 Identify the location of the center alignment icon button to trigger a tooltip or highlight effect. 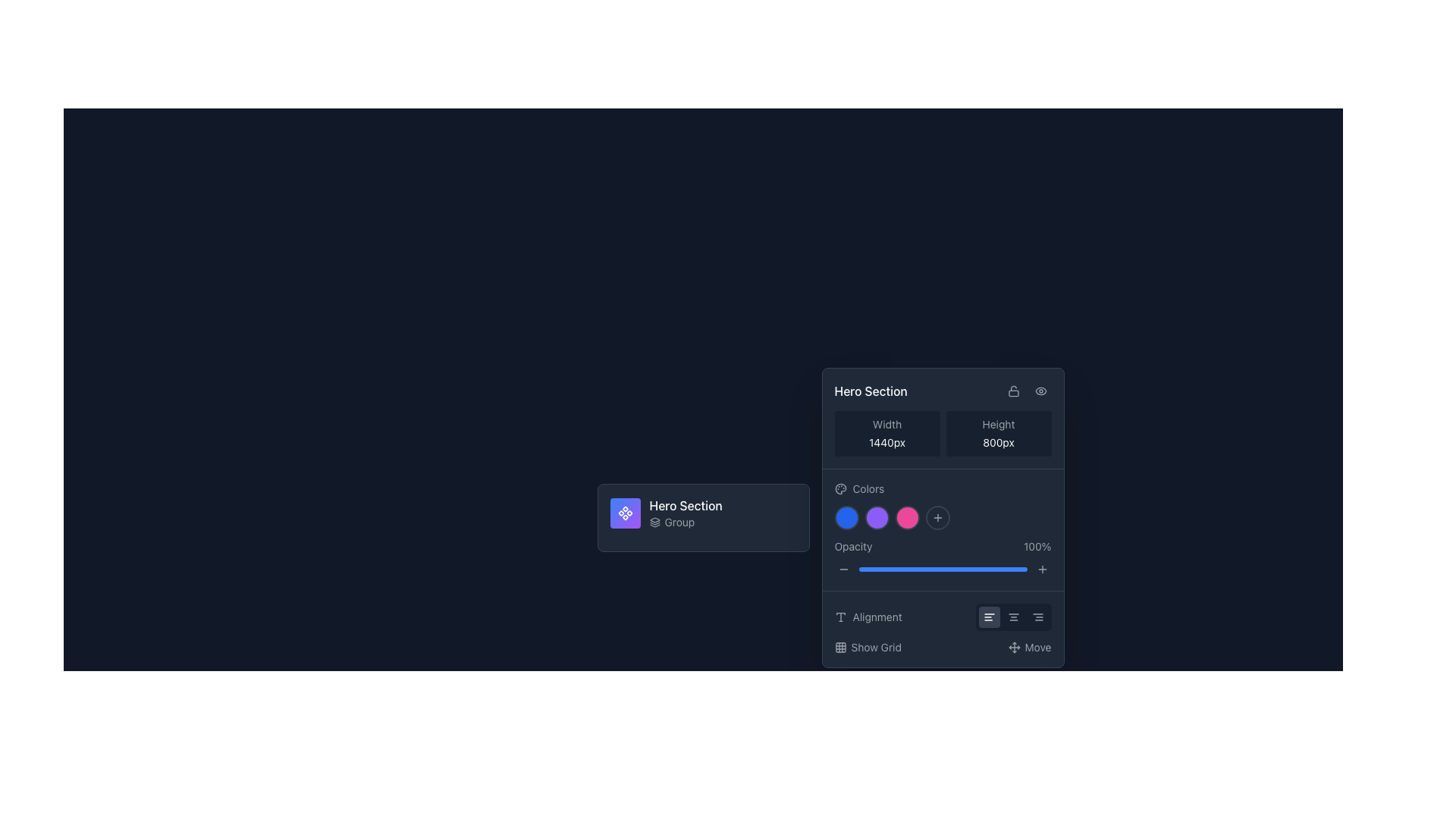
(1013, 617).